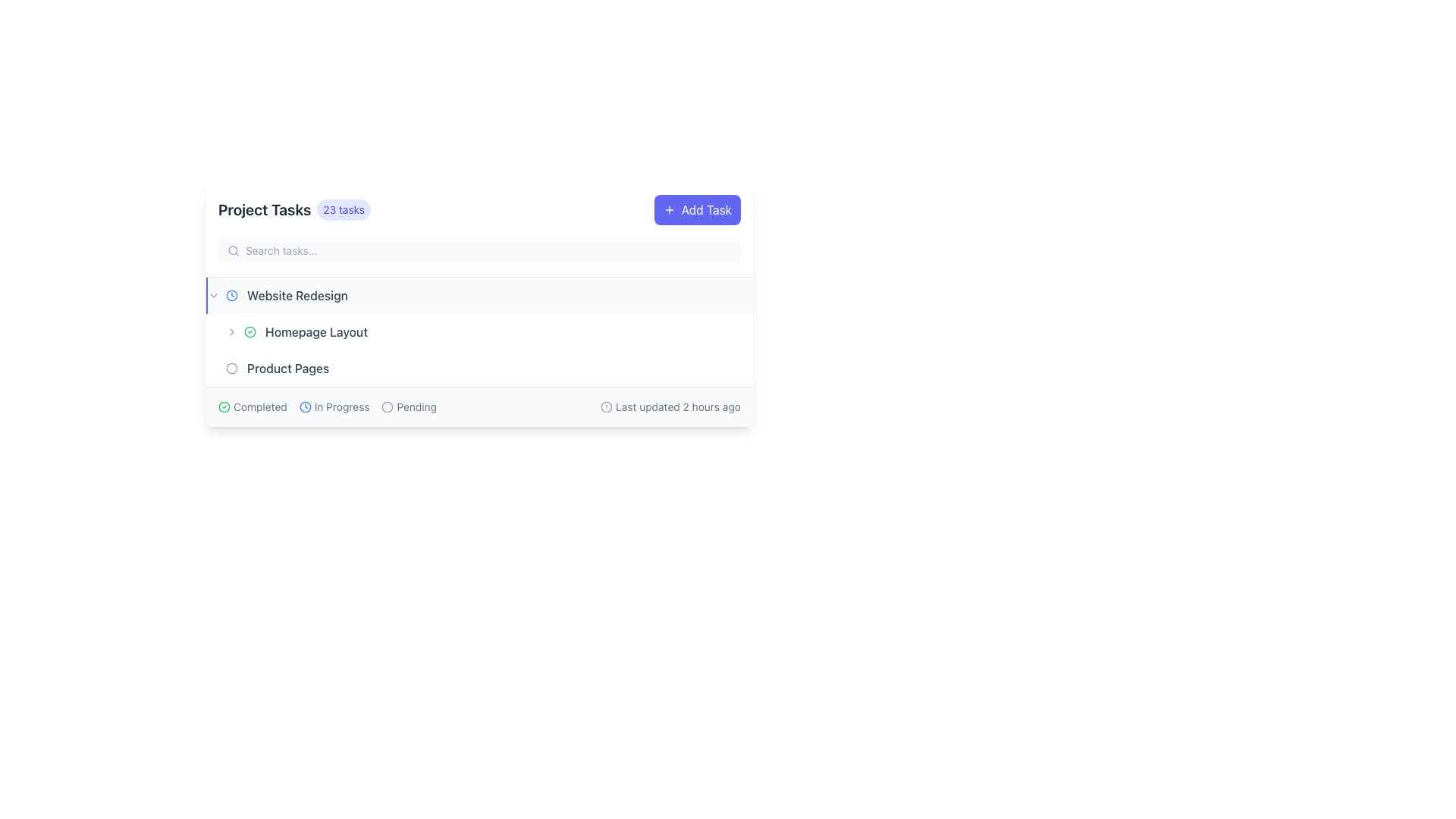  I want to click on the decorative circle element of the SVG search icon located near the left side of the search bar in the task management section, so click(232, 249).